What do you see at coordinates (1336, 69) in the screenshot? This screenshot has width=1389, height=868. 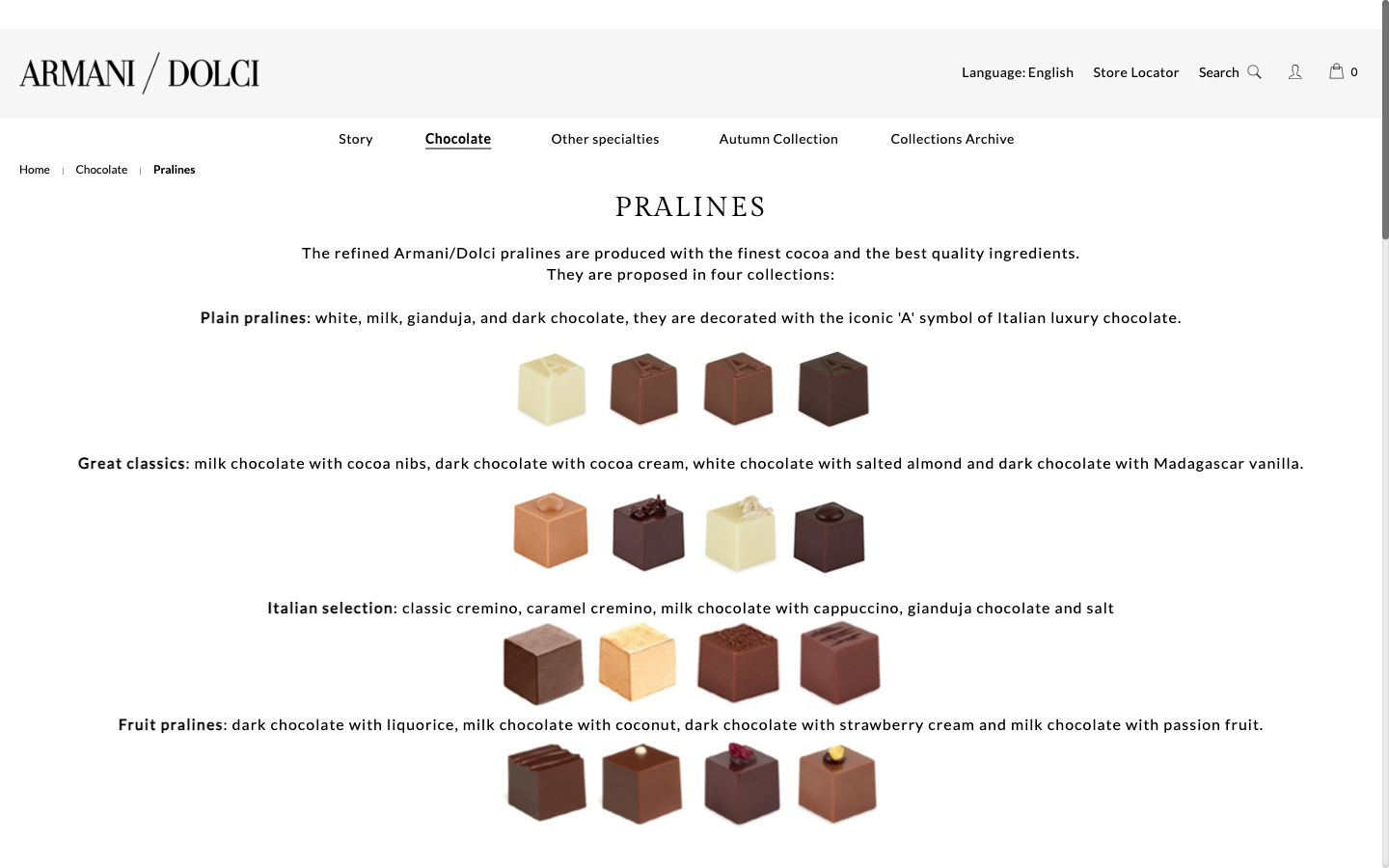 I see `Redirect to the shopping cart by clicking on the bag icon in the upper right hand corner` at bounding box center [1336, 69].